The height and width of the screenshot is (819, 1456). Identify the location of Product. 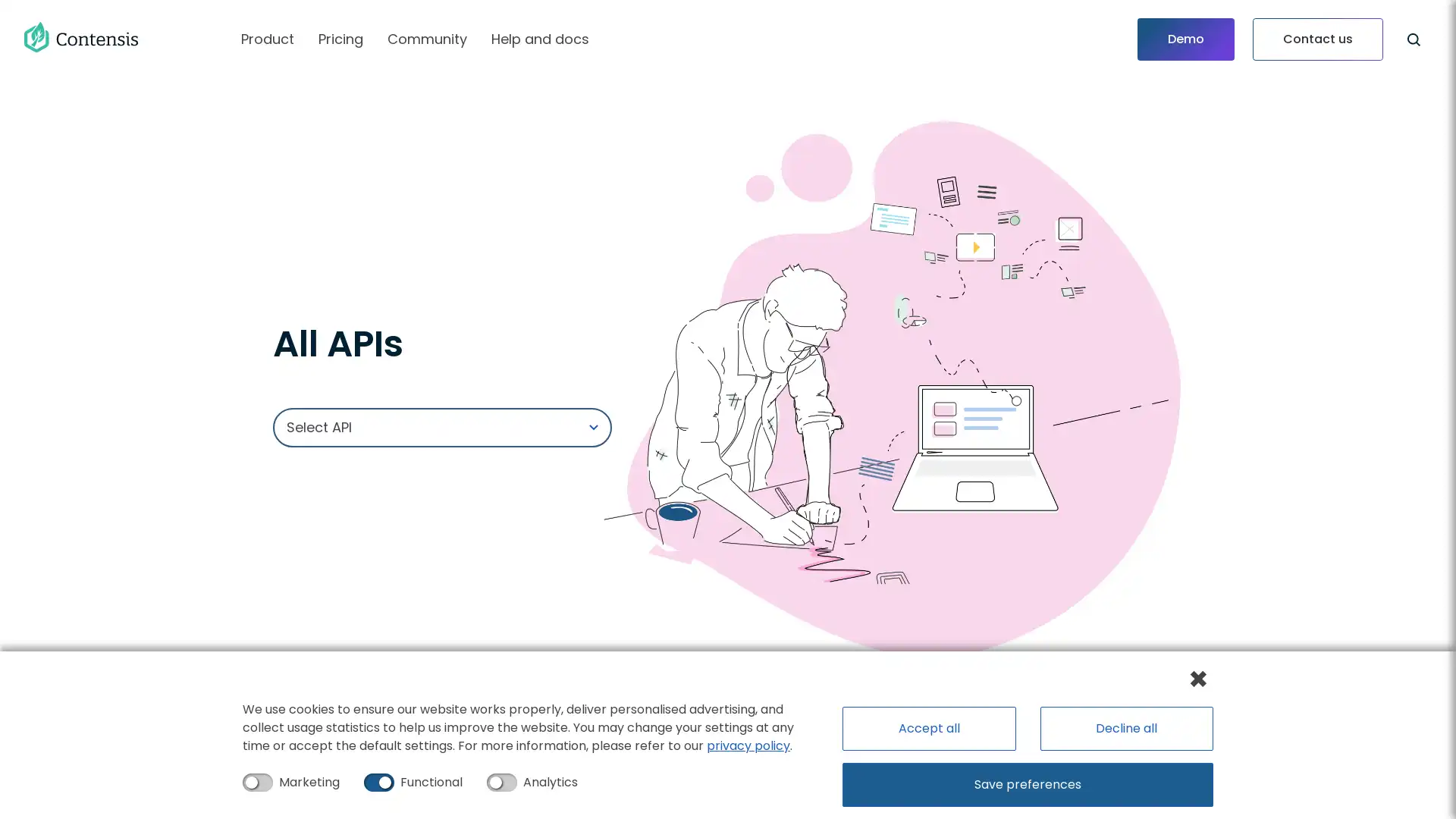
(268, 38).